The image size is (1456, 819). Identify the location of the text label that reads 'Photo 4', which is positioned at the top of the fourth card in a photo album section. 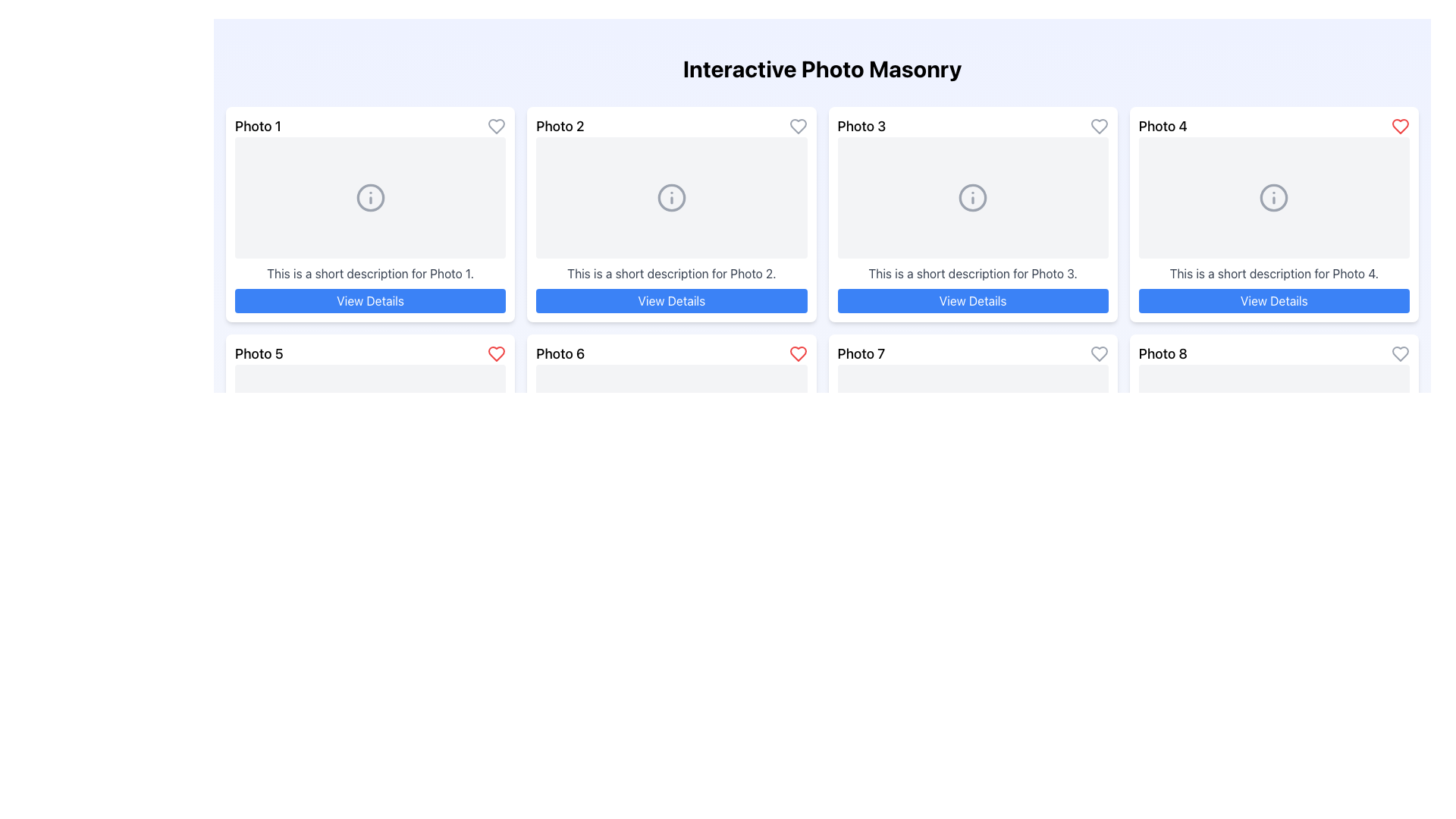
(1162, 125).